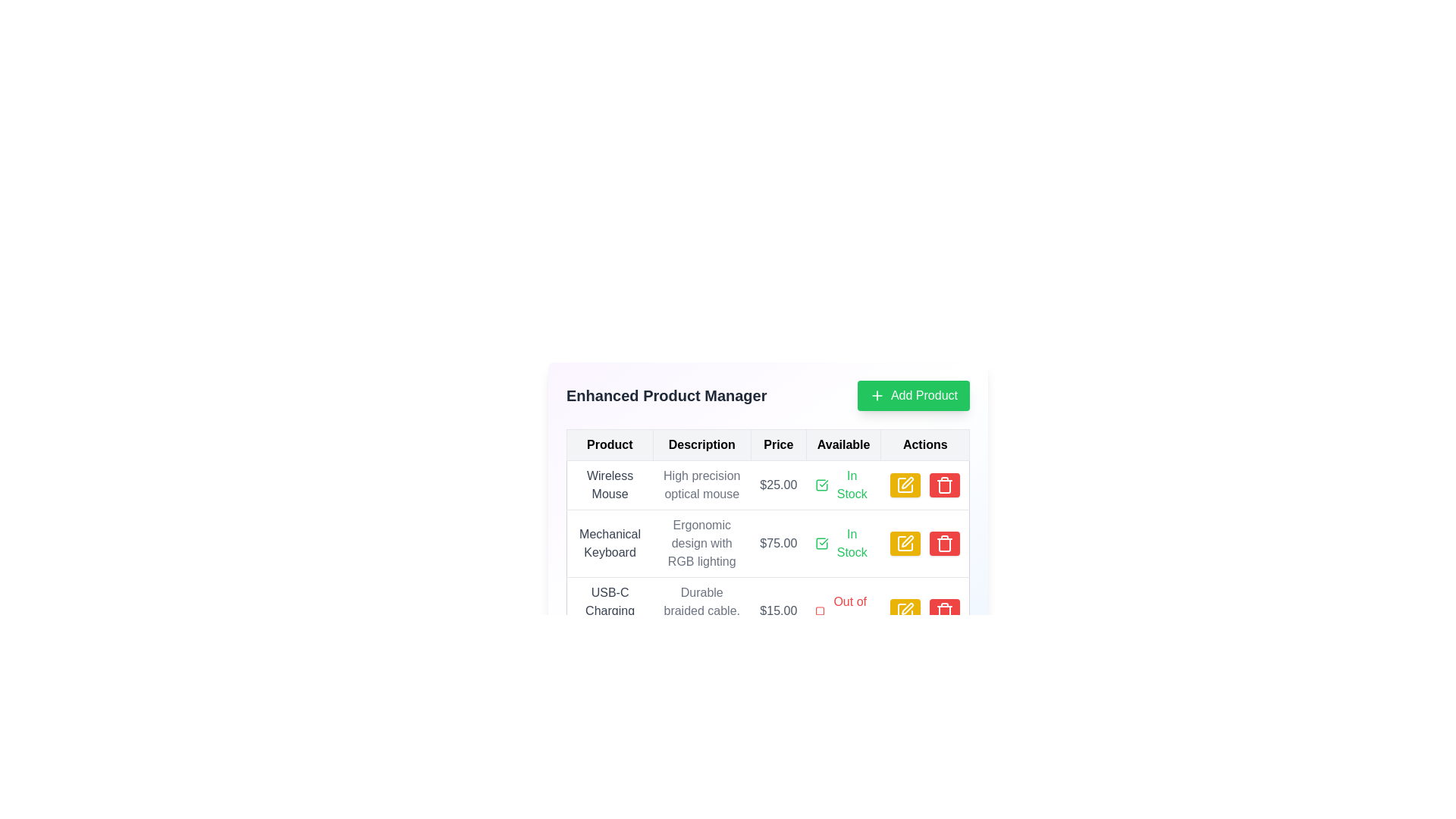  I want to click on the pencil icon button in the 'Actions' column of the second row, so click(907, 540).